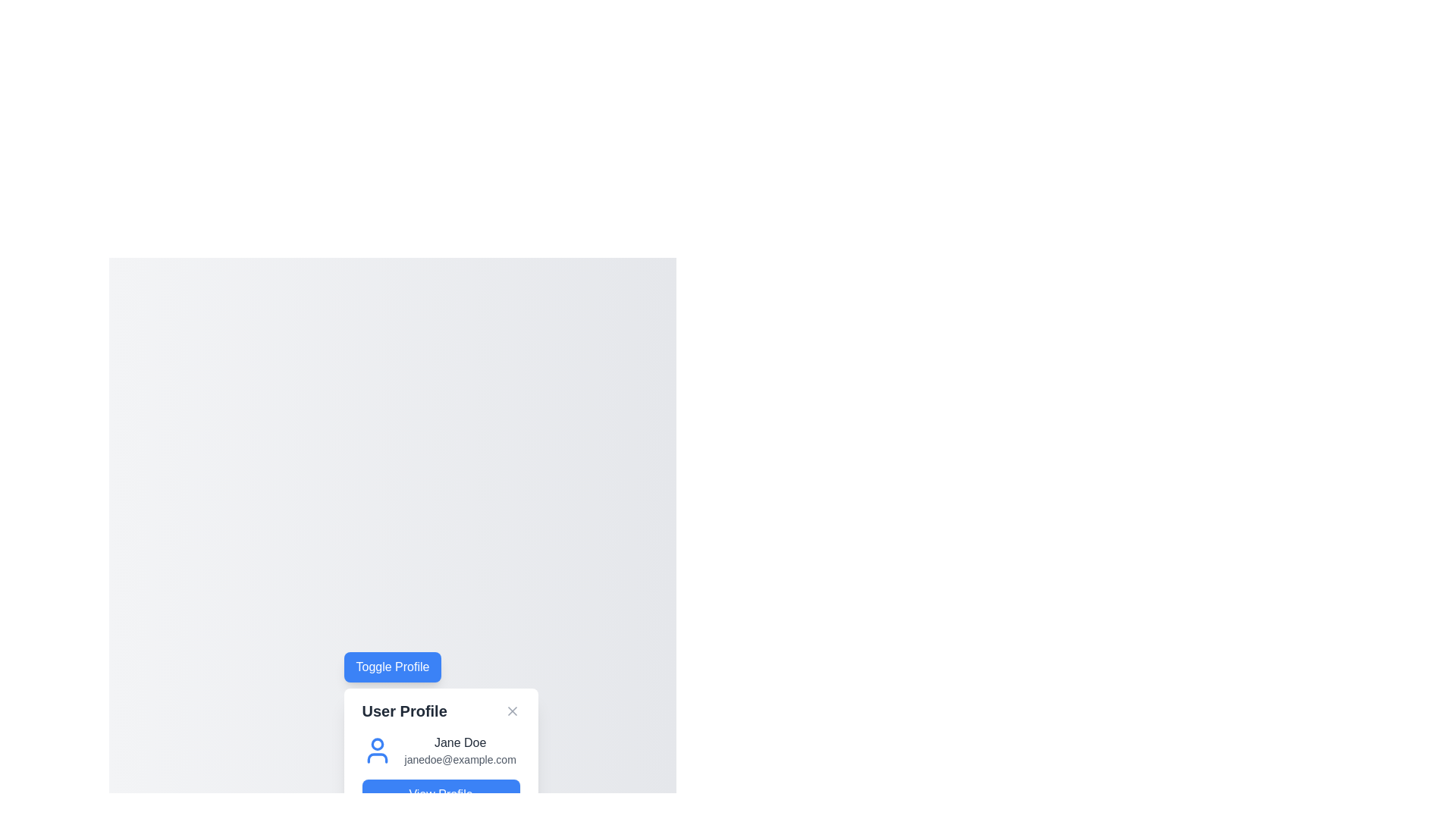 This screenshot has height=819, width=1456. I want to click on the text display element showing the email address 'janedoe@example.com' in the user profile modal, so click(460, 760).